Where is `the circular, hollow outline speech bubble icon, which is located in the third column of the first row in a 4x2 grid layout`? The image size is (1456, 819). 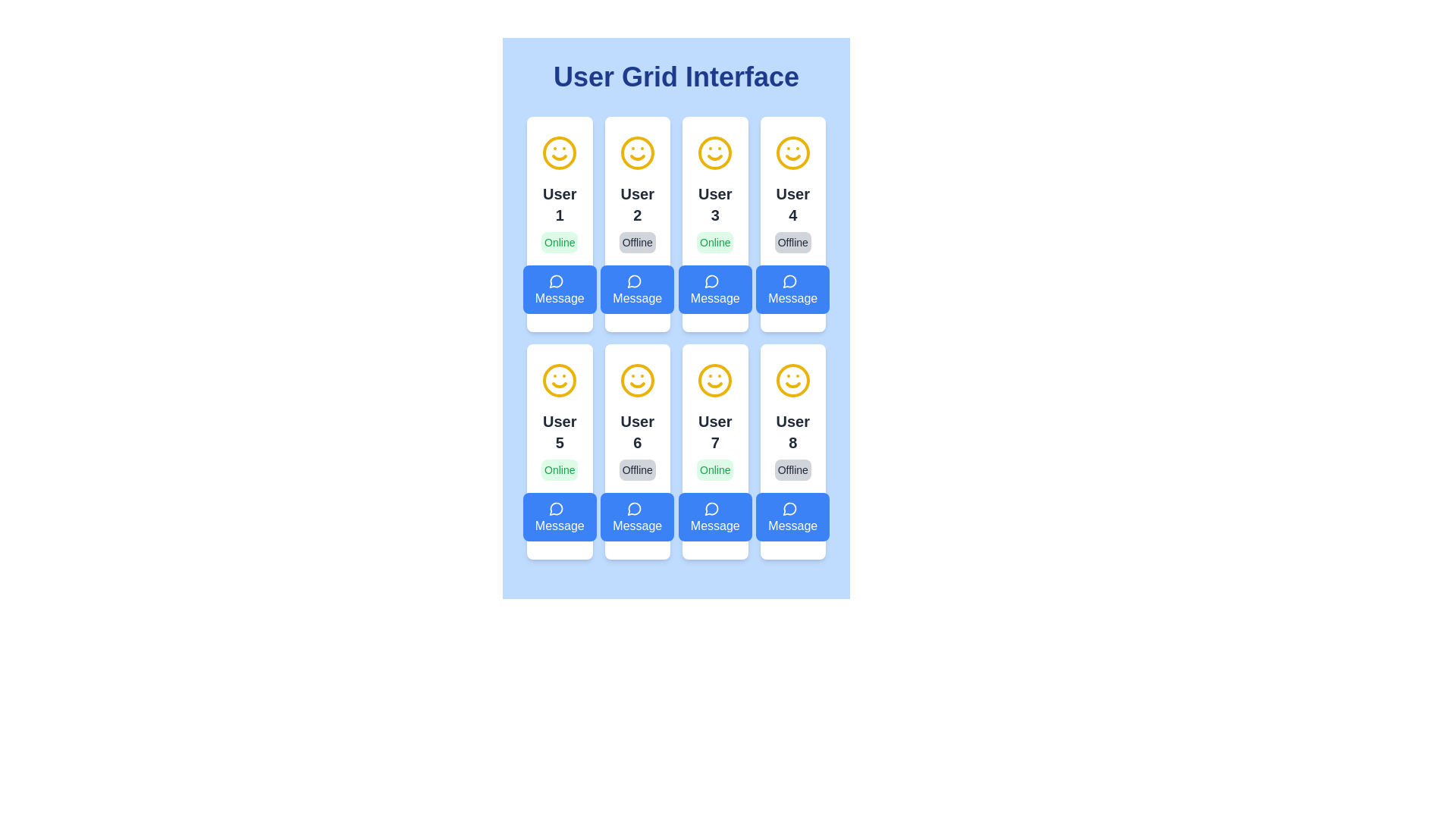
the circular, hollow outline speech bubble icon, which is located in the third column of the first row in a 4x2 grid layout is located at coordinates (711, 281).